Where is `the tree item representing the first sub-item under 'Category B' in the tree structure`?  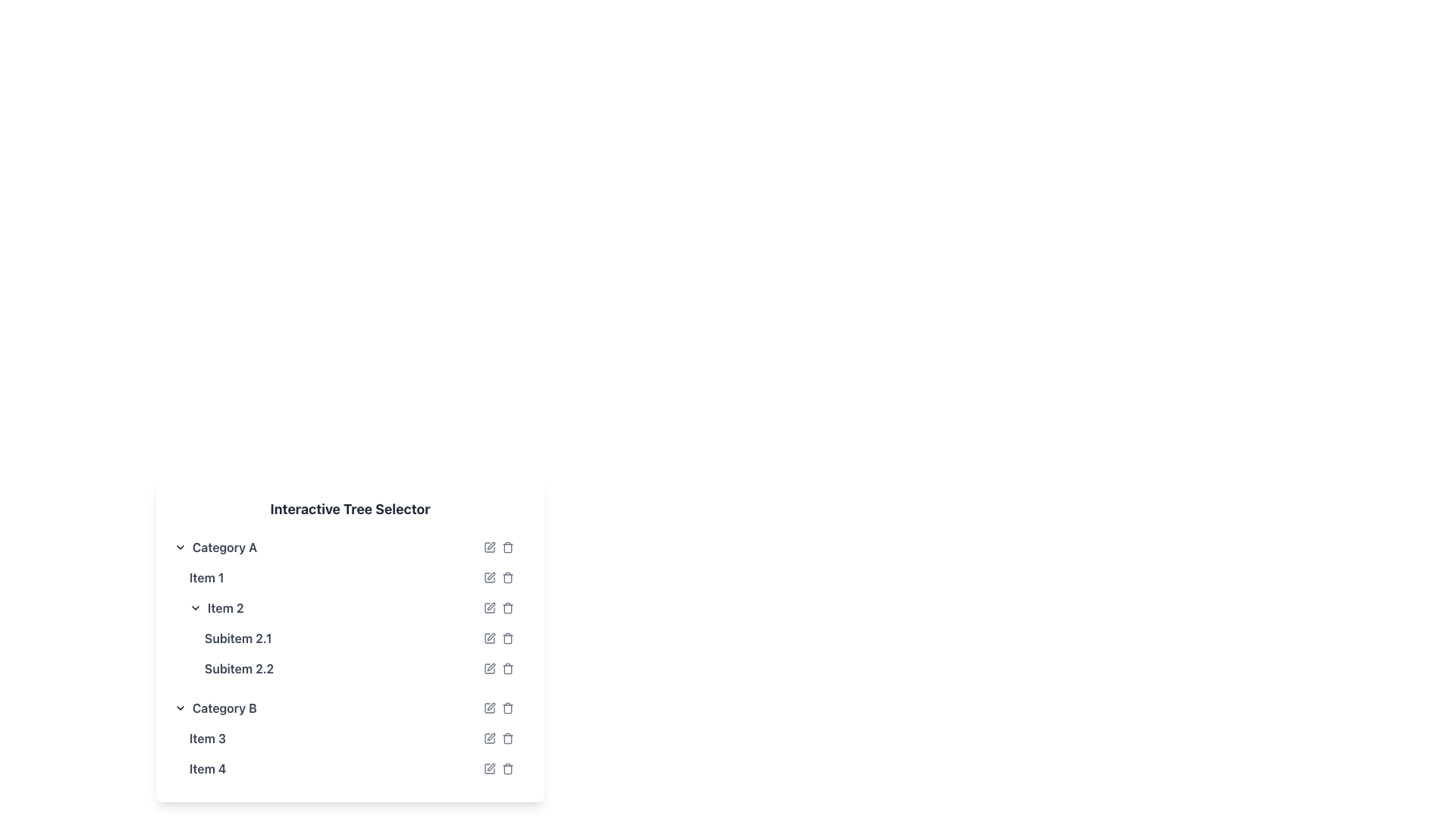
the tree item representing the first sub-item under 'Category B' in the tree structure is located at coordinates (349, 738).